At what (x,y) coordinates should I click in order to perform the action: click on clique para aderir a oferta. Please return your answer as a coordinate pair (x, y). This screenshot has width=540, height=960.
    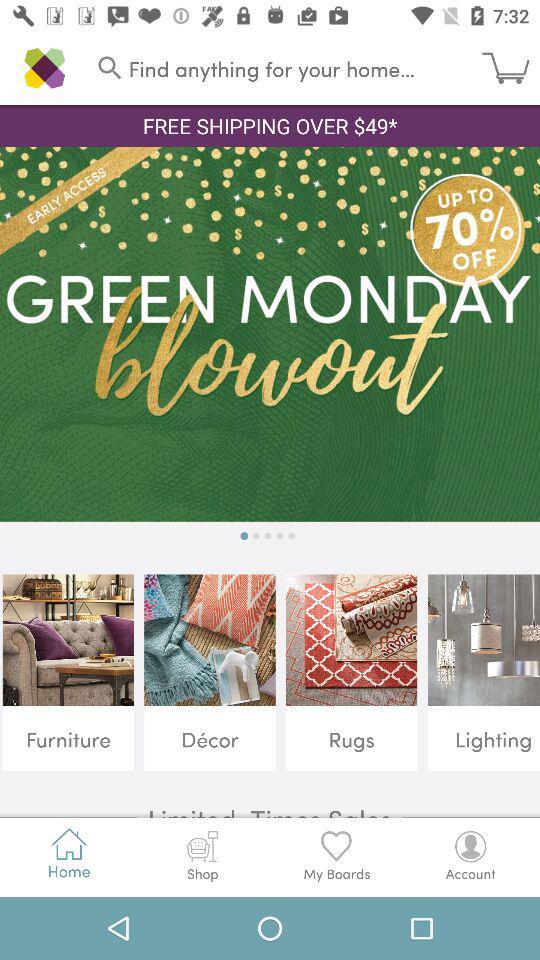
    Looking at the image, I should click on (270, 334).